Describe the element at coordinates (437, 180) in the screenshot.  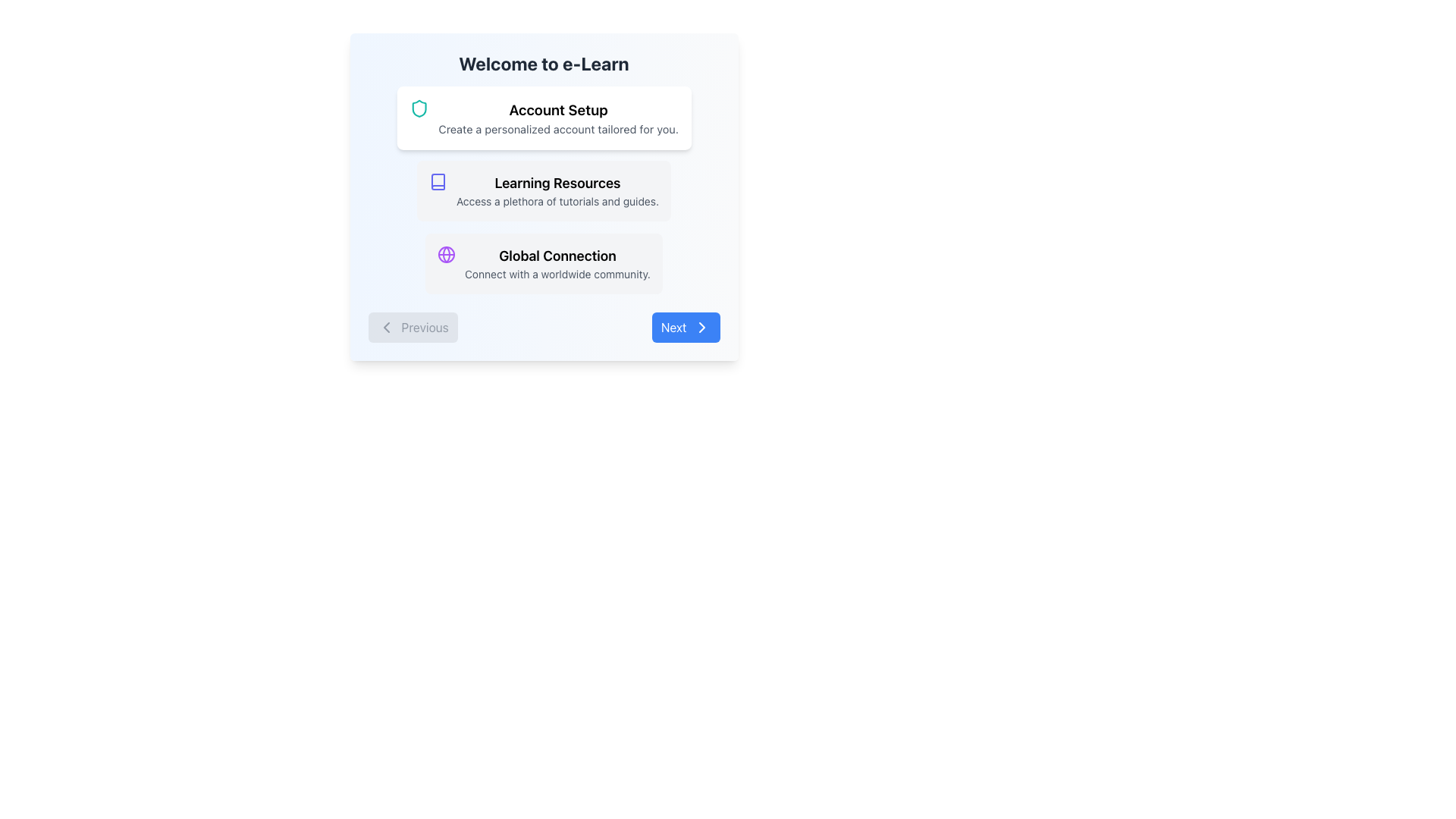
I see `the small, square-shaped blue outlined book icon located to the left of the 'Learning Resources' text` at that location.